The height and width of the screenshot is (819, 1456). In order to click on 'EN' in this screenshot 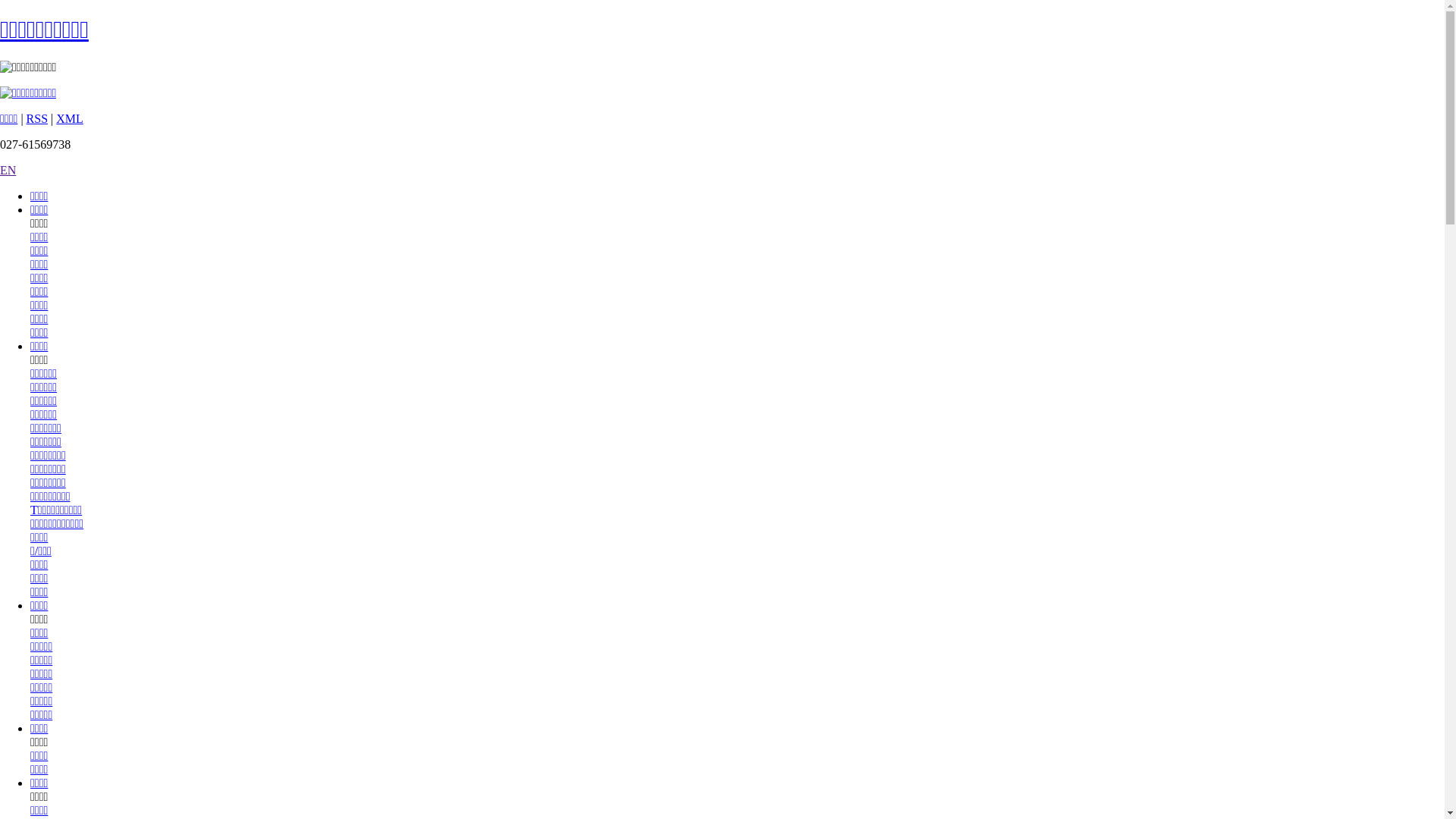, I will do `click(8, 170)`.